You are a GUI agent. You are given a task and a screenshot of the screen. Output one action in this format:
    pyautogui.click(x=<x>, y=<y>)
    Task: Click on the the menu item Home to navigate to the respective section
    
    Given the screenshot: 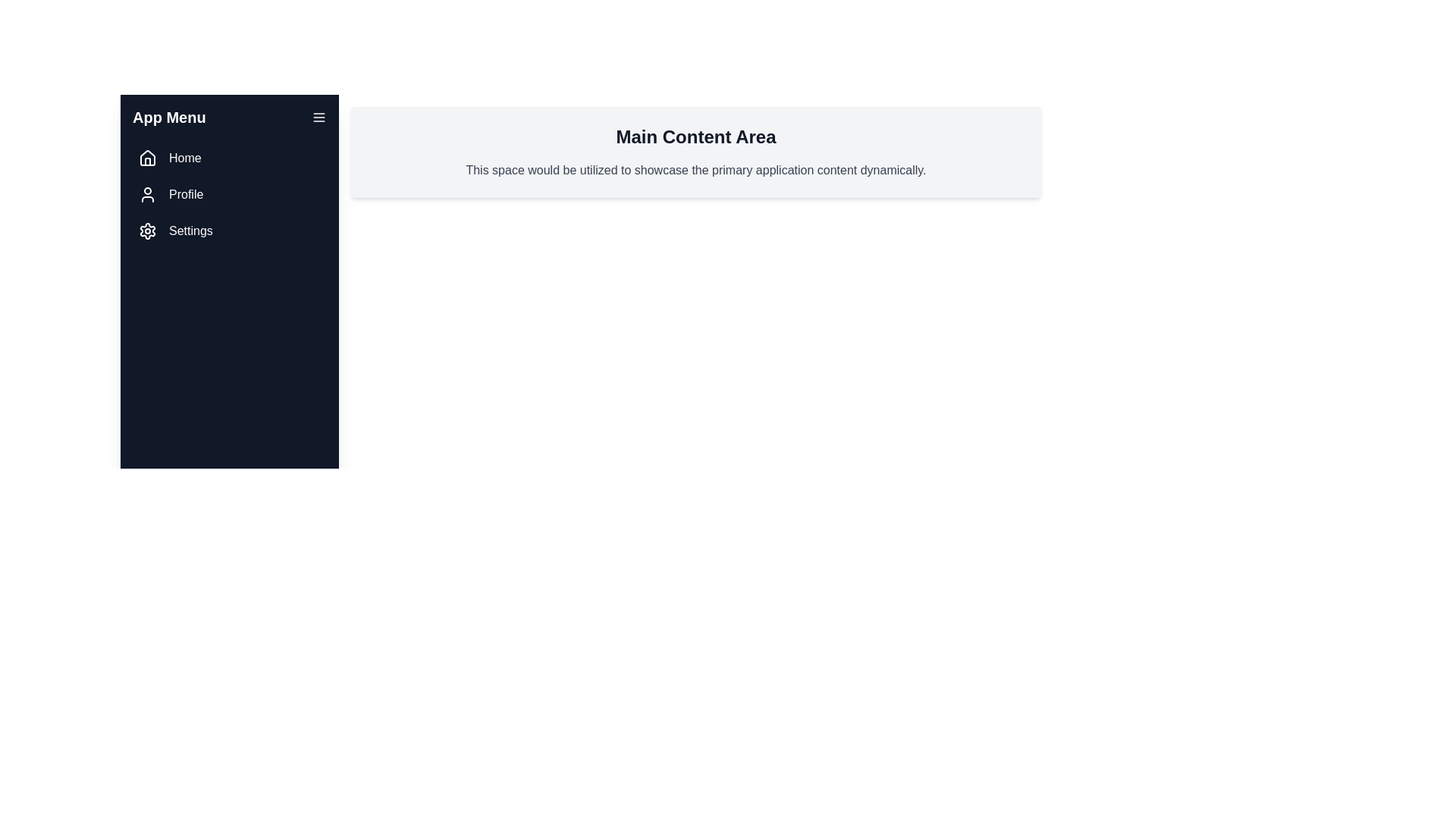 What is the action you would take?
    pyautogui.click(x=228, y=158)
    